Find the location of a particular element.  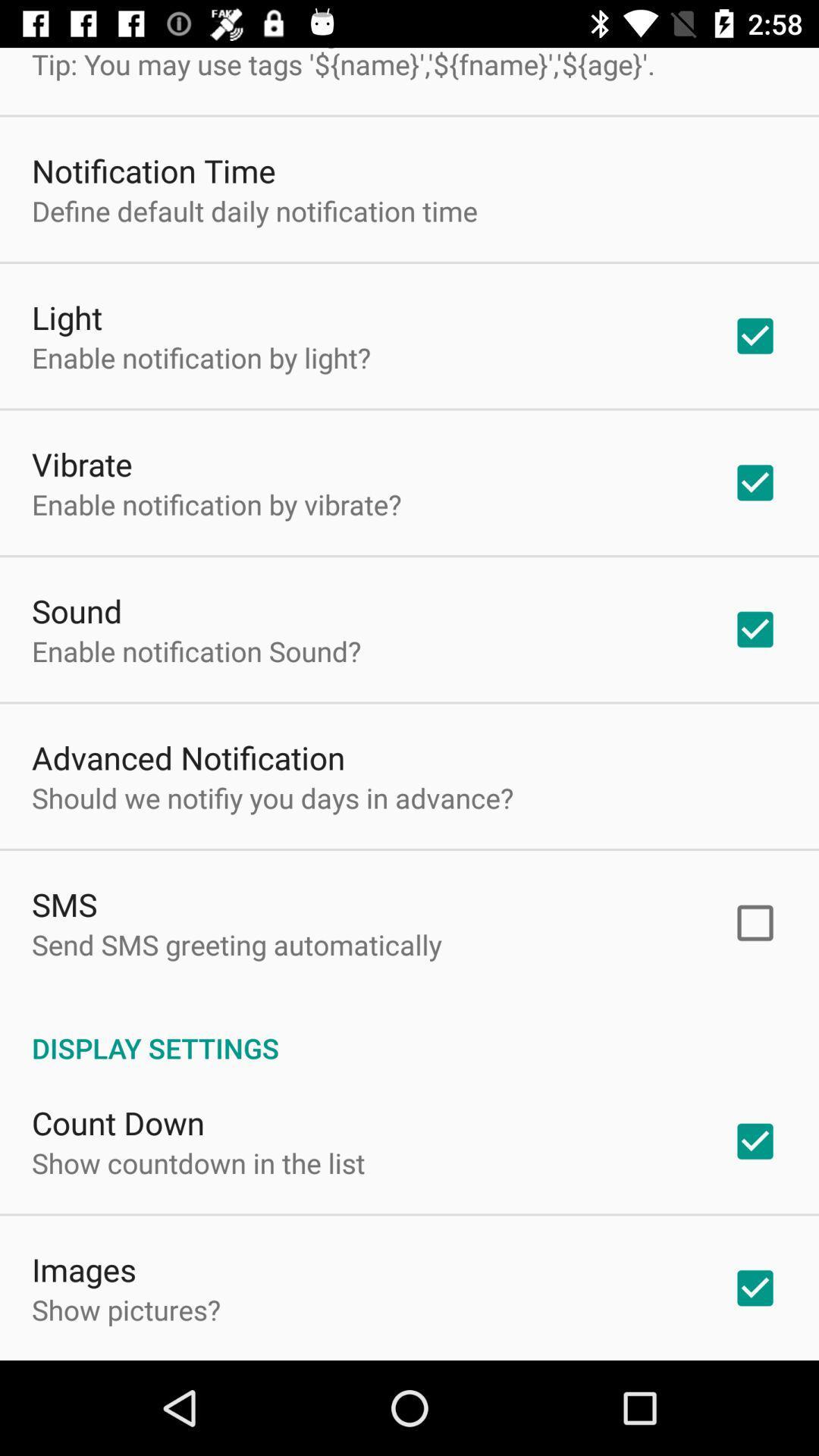

the should we notifiy app is located at coordinates (271, 797).